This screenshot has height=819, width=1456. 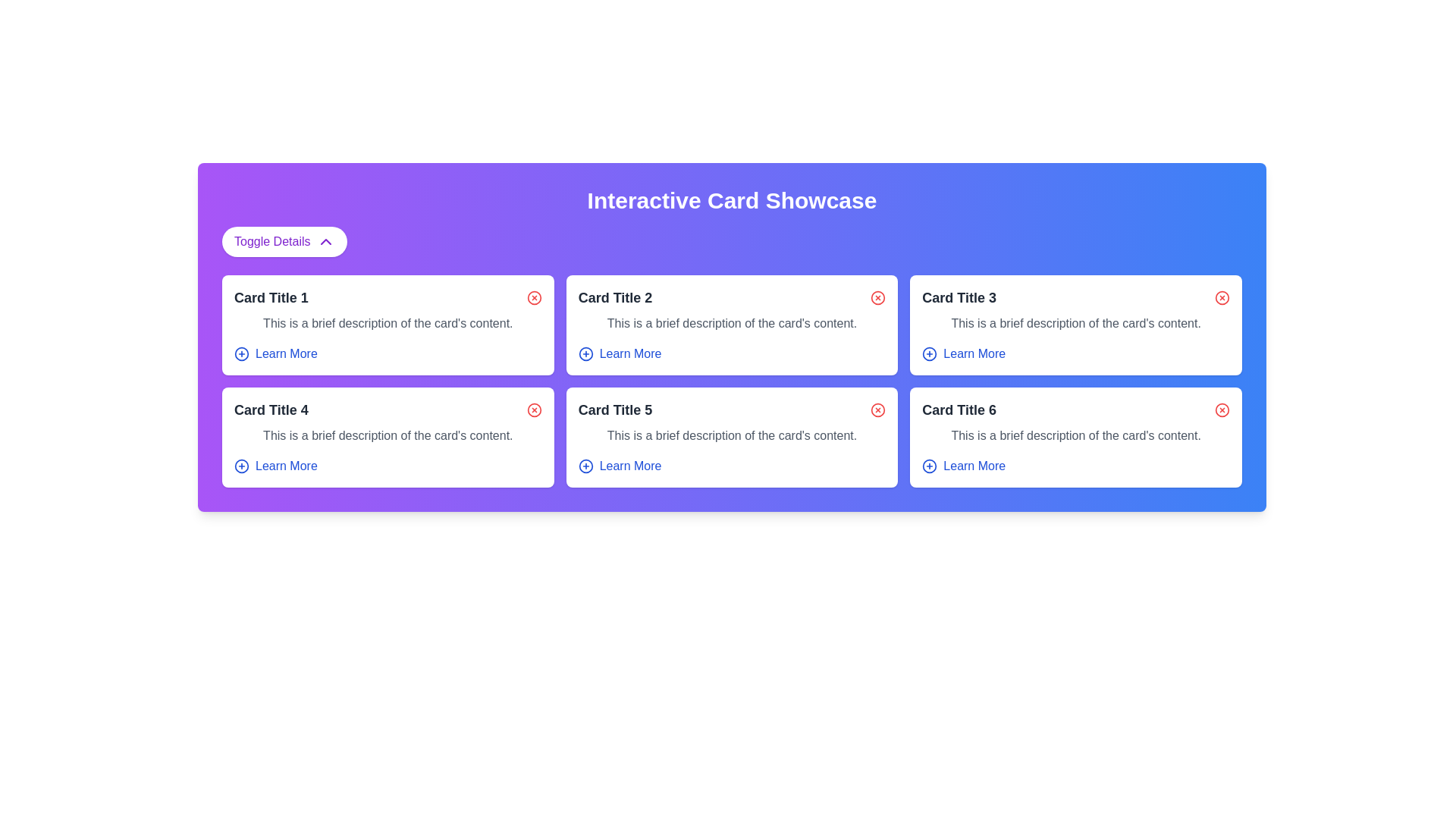 What do you see at coordinates (929, 353) in the screenshot?
I see `the circular icon button with a plus sign (+) located to the left of the 'Learn More' text link in the 'Learn More' action row for 'Card Title 3'` at bounding box center [929, 353].